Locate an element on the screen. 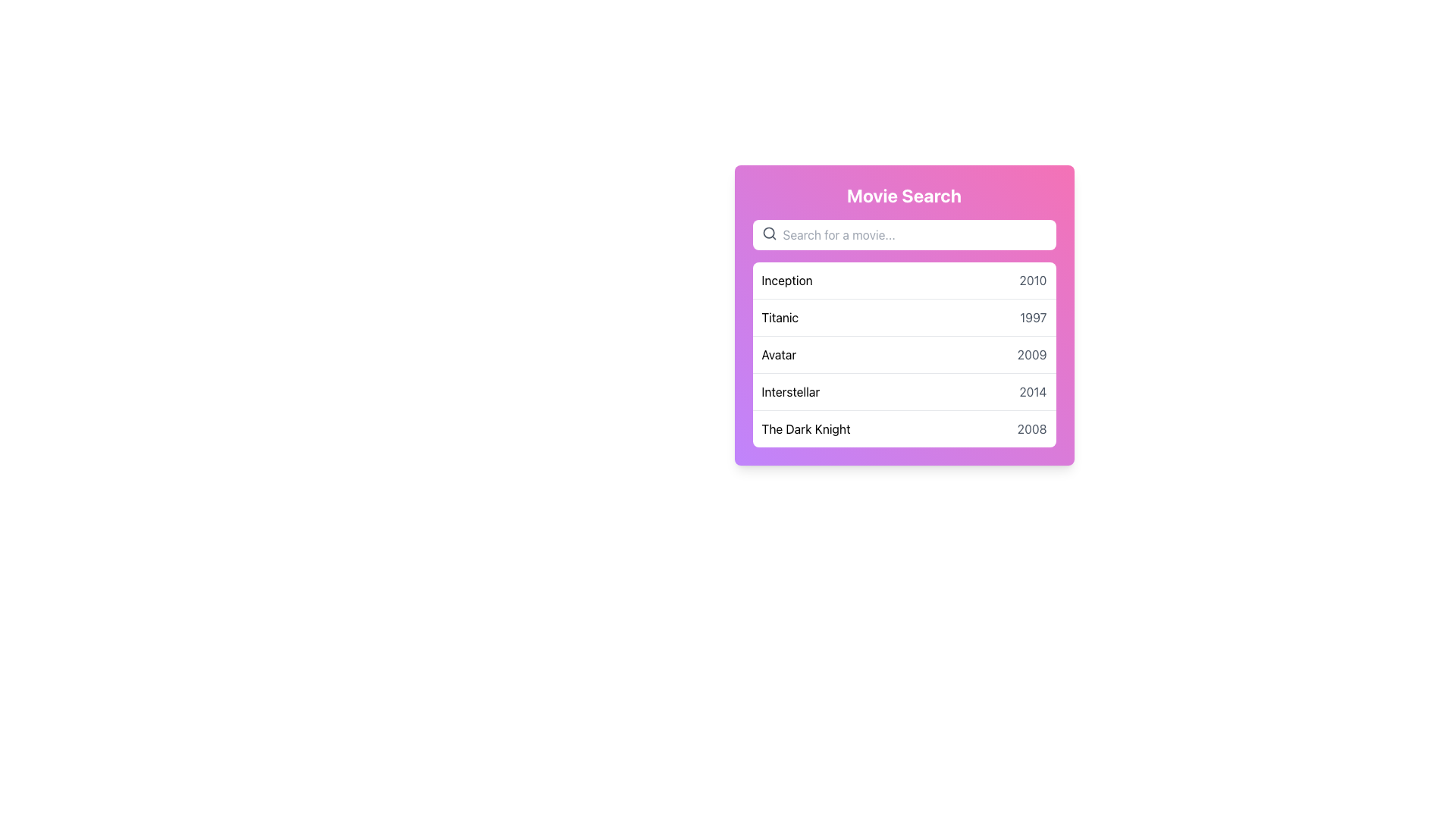 This screenshot has height=819, width=1456. text label displaying the release year of the movie 'Avatar' located on the right side of the third row in the 'Movie Search' card interface is located at coordinates (1031, 354).